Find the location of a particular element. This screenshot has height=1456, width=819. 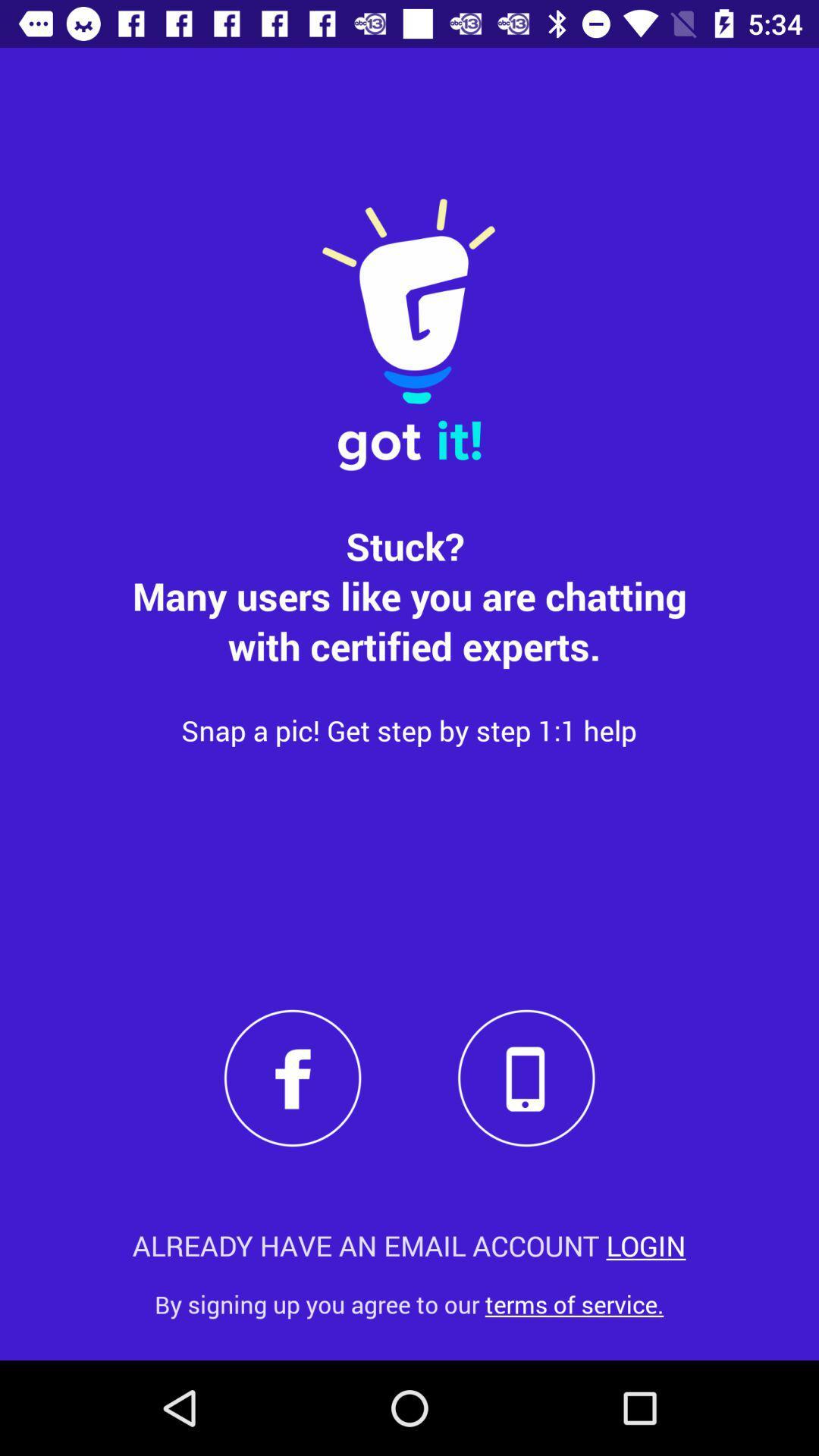

access phone camera is located at coordinates (526, 1077).